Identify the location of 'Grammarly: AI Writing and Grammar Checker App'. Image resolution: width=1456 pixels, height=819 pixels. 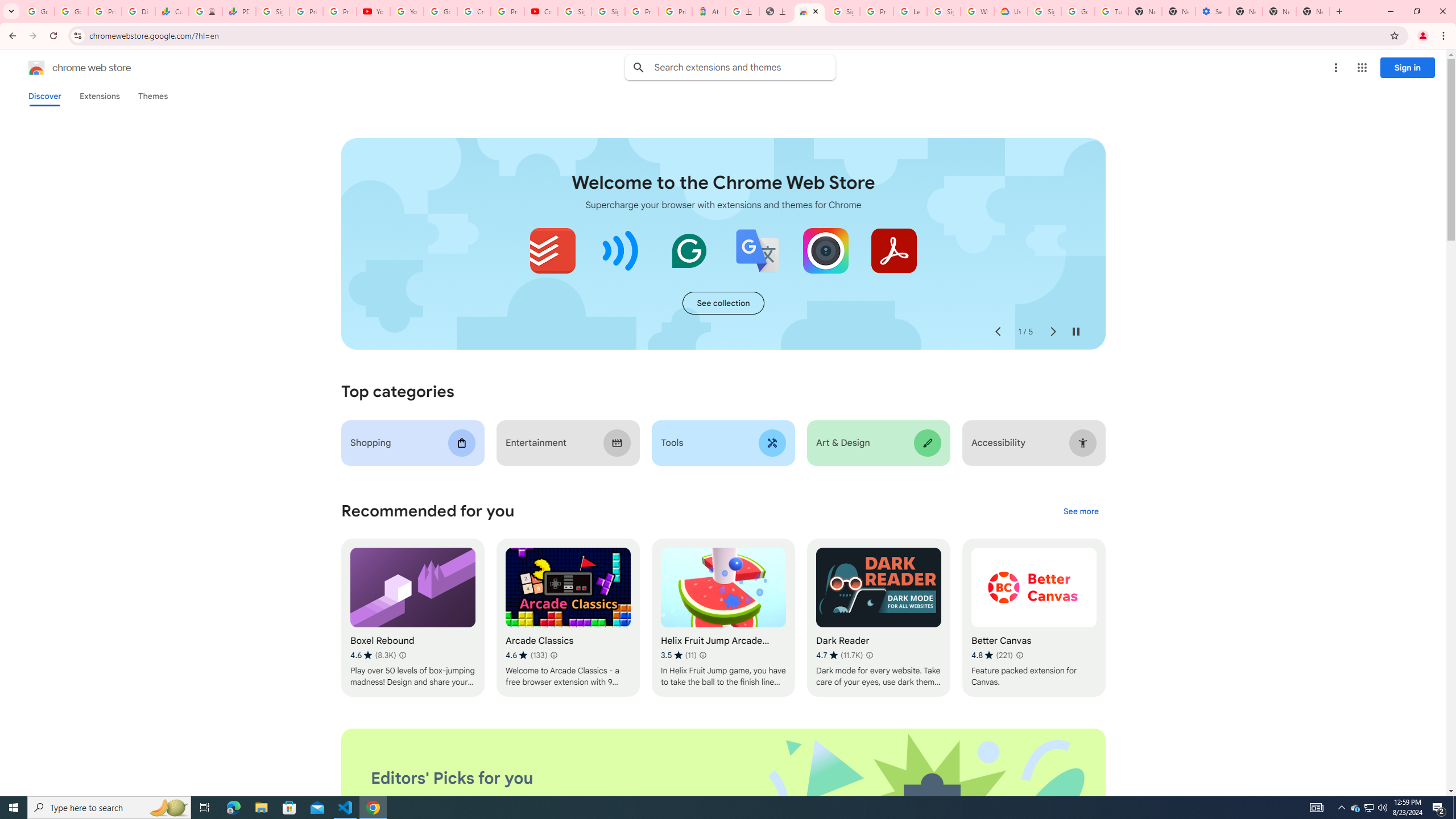
(689, 250).